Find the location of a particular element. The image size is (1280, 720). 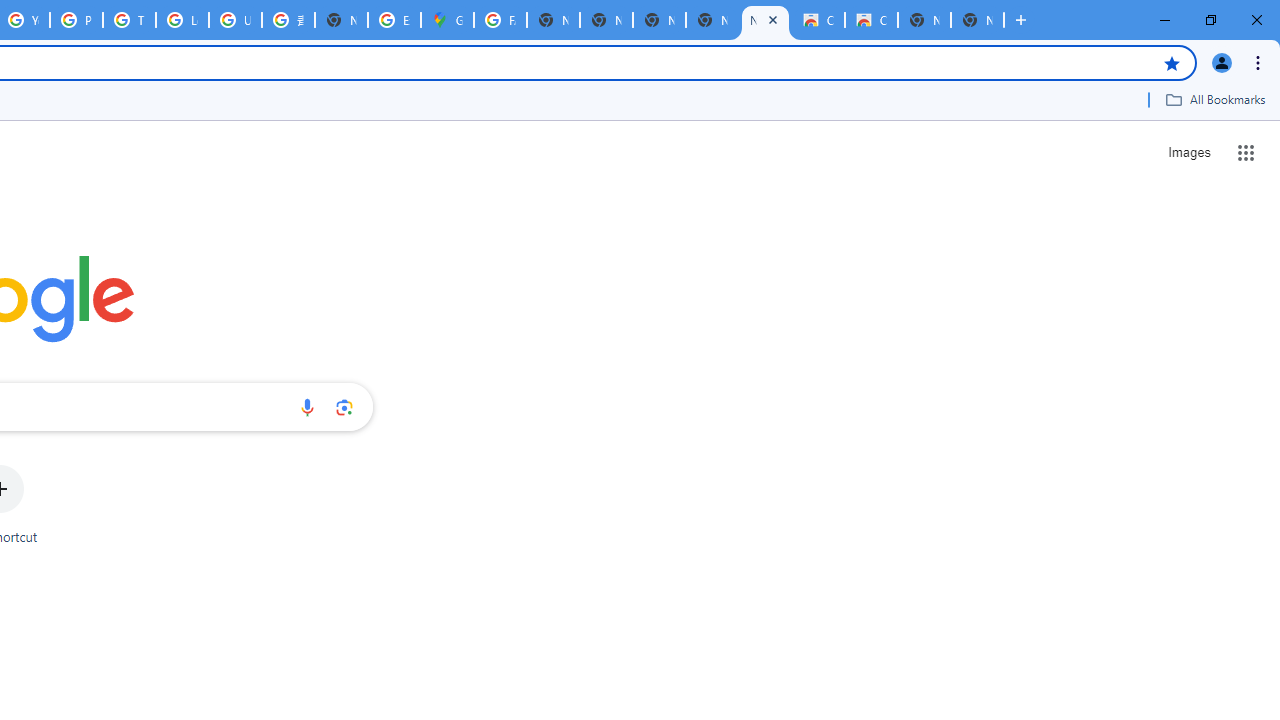

'New Tab' is located at coordinates (977, 20).